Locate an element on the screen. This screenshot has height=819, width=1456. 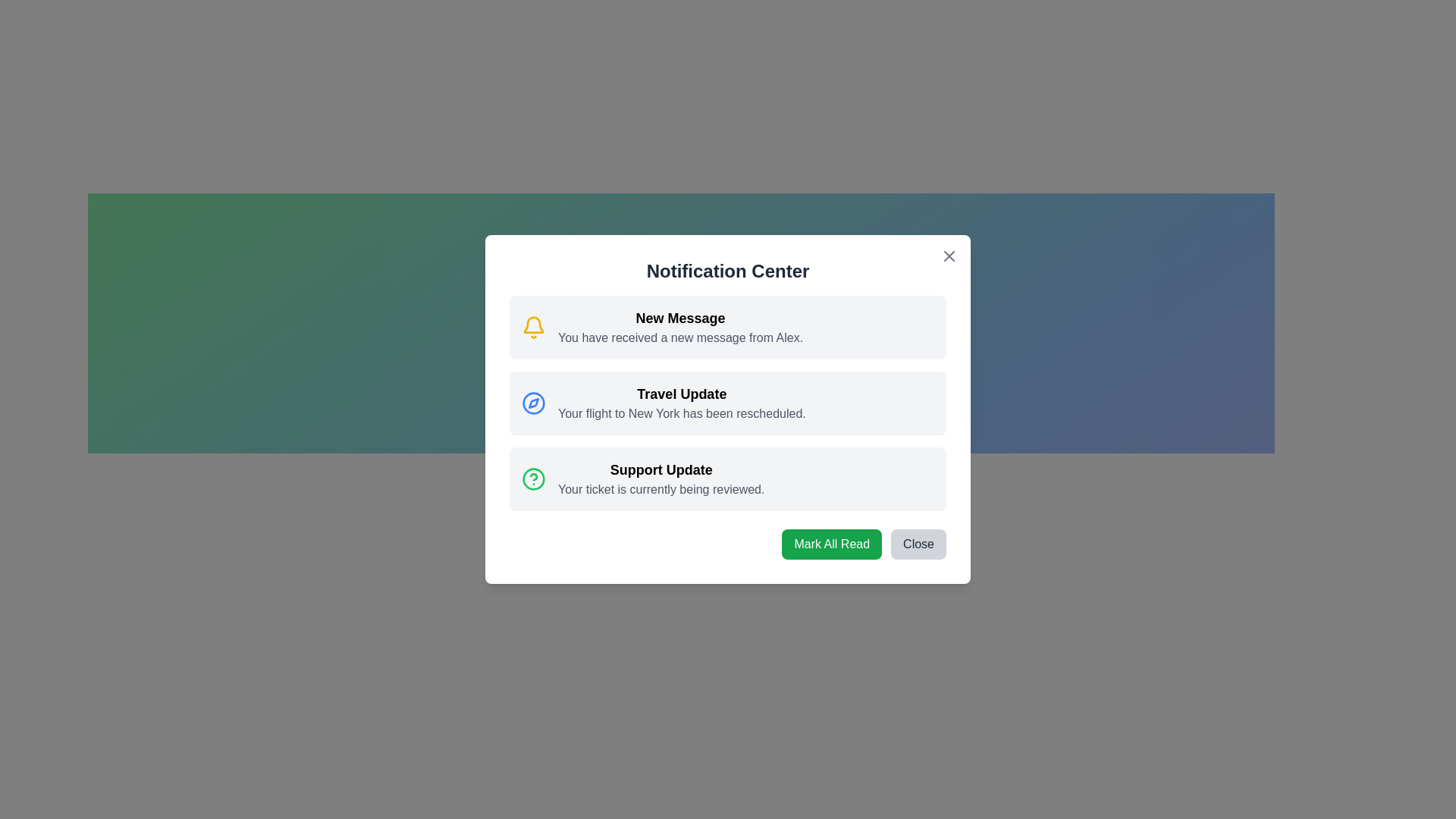
the close button located at the bottom-right corner of the modal window to change its background color is located at coordinates (918, 543).